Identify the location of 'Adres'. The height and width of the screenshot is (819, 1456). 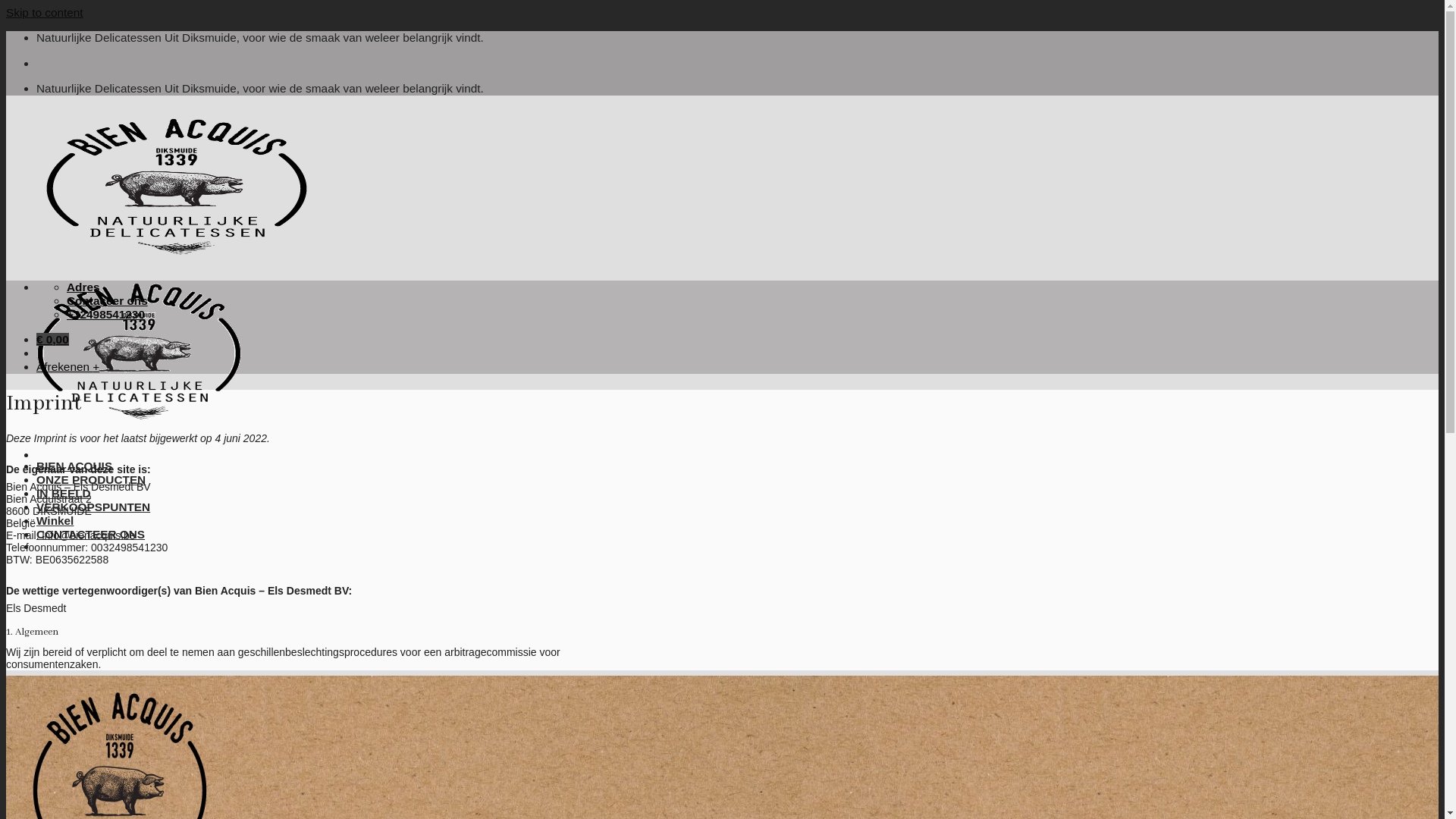
(83, 287).